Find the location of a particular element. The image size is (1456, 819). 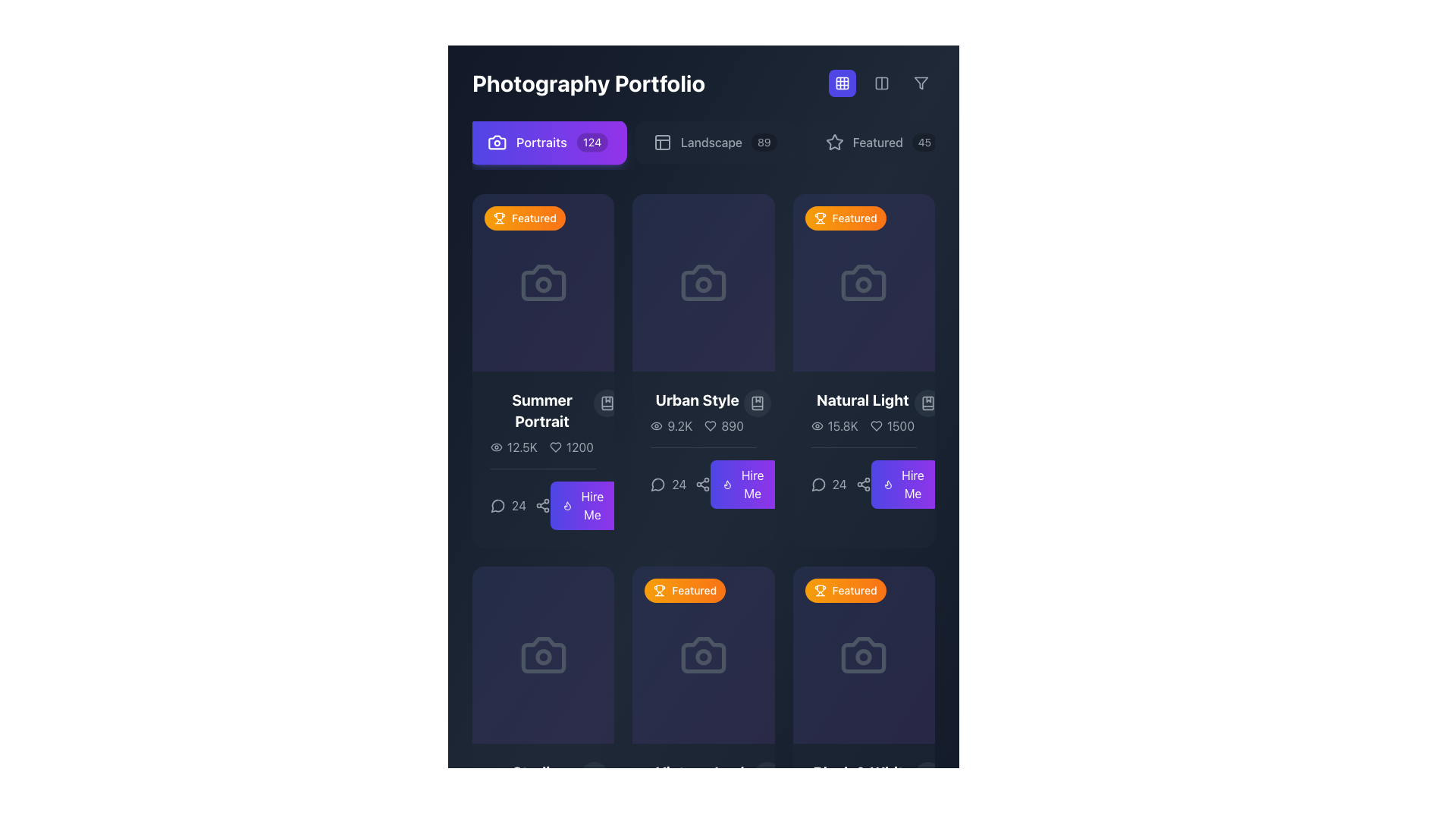

the 'Natural Light' text display element in the Photography Portfolio interface to interact with it, assuming it has assigned functionality is located at coordinates (862, 413).